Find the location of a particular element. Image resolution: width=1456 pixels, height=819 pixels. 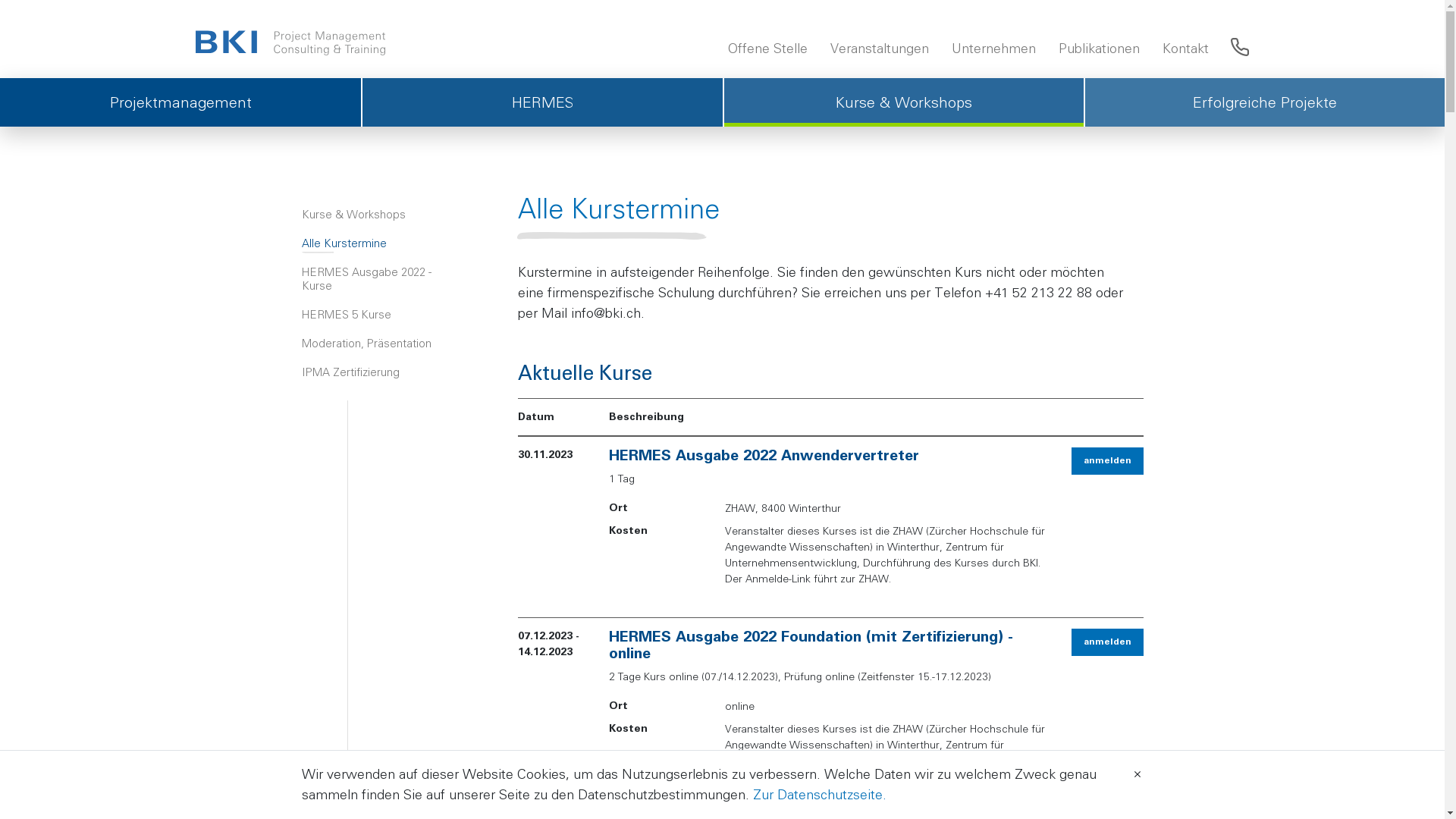

'Erfolgreiche Projekte' is located at coordinates (1263, 102).